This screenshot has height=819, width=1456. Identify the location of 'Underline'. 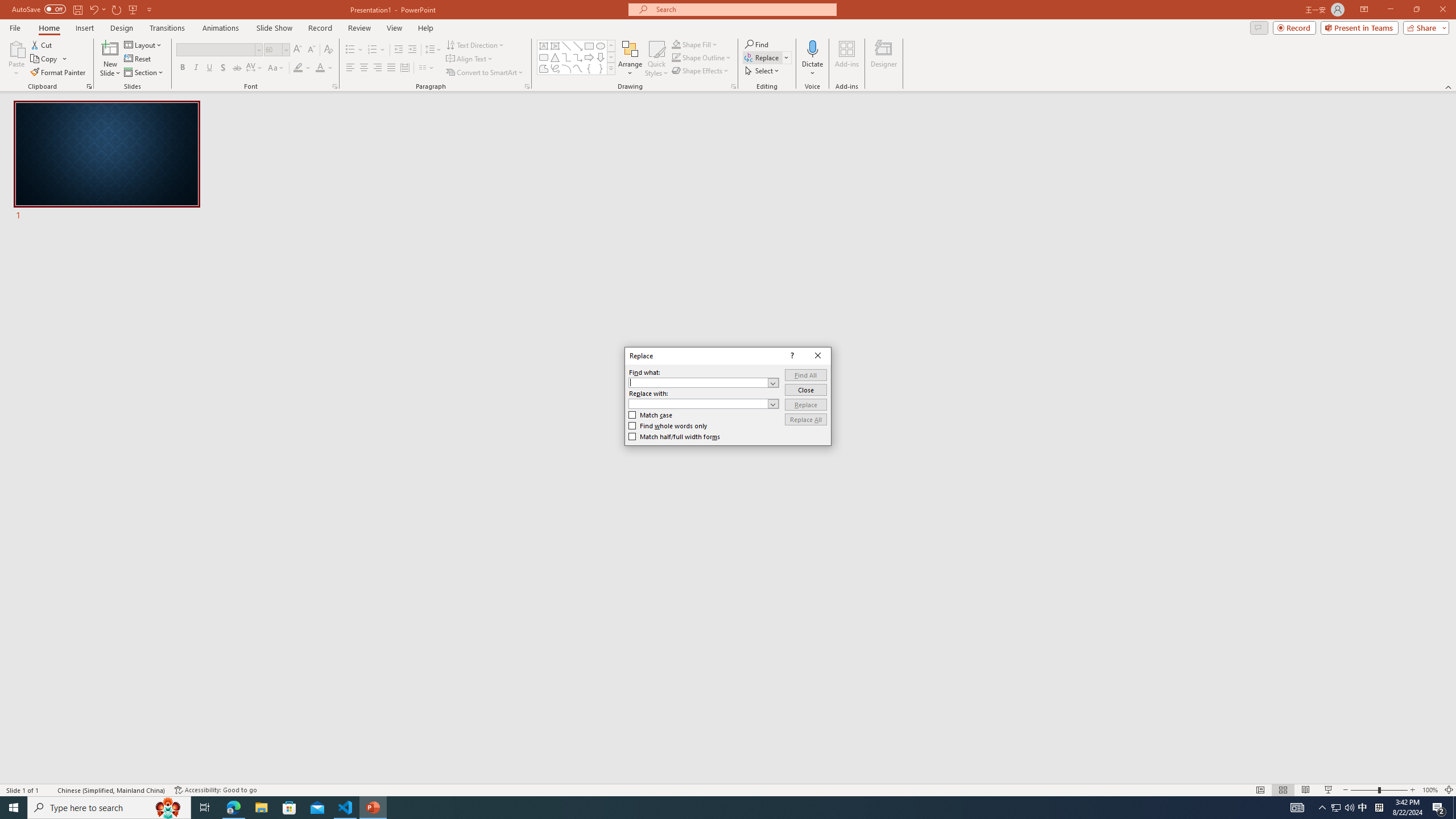
(209, 67).